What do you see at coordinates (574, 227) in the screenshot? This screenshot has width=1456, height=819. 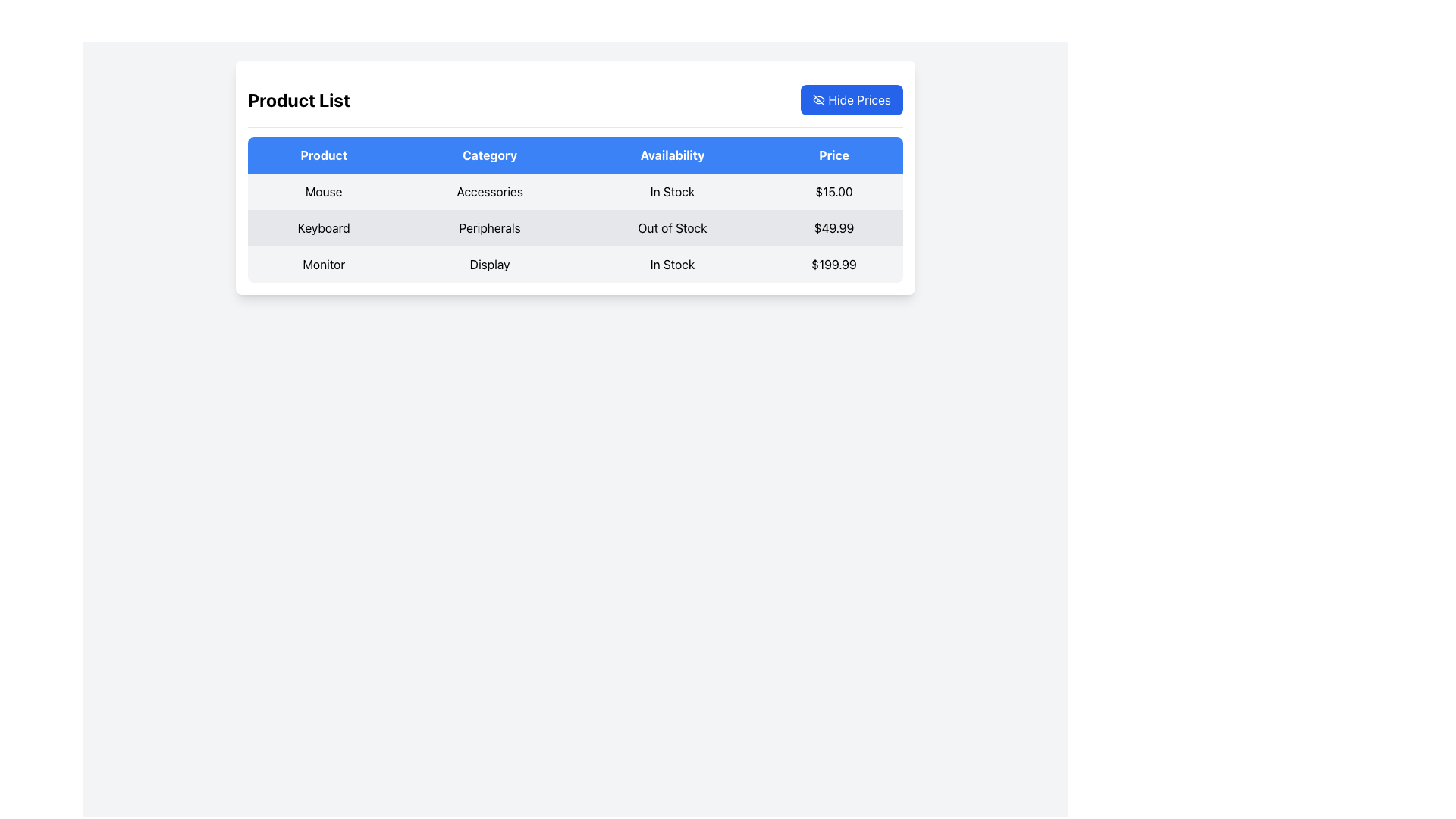 I see `the second table row displaying product details, which includes 'Keyboard' in the Product column, 'Peripherals' in the Category column, 'Out of Stock' in the Availability column, and '$49.99' in the Price column` at bounding box center [574, 227].